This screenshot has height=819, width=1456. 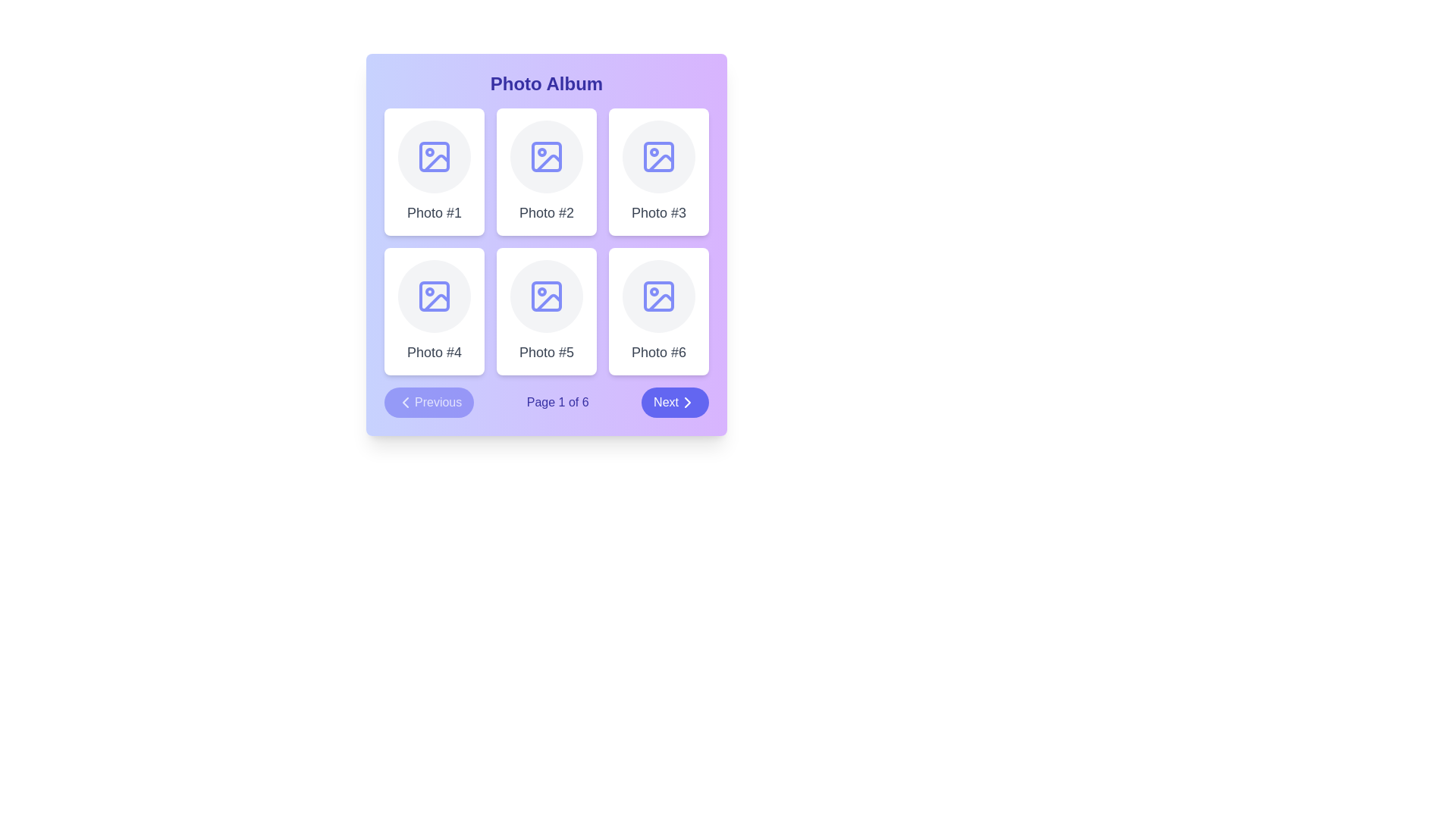 What do you see at coordinates (433, 296) in the screenshot?
I see `the circular icon placeholder with a light gray background and an indigo picture frame icon under the label 'Photo #4' in the photo album interface` at bounding box center [433, 296].